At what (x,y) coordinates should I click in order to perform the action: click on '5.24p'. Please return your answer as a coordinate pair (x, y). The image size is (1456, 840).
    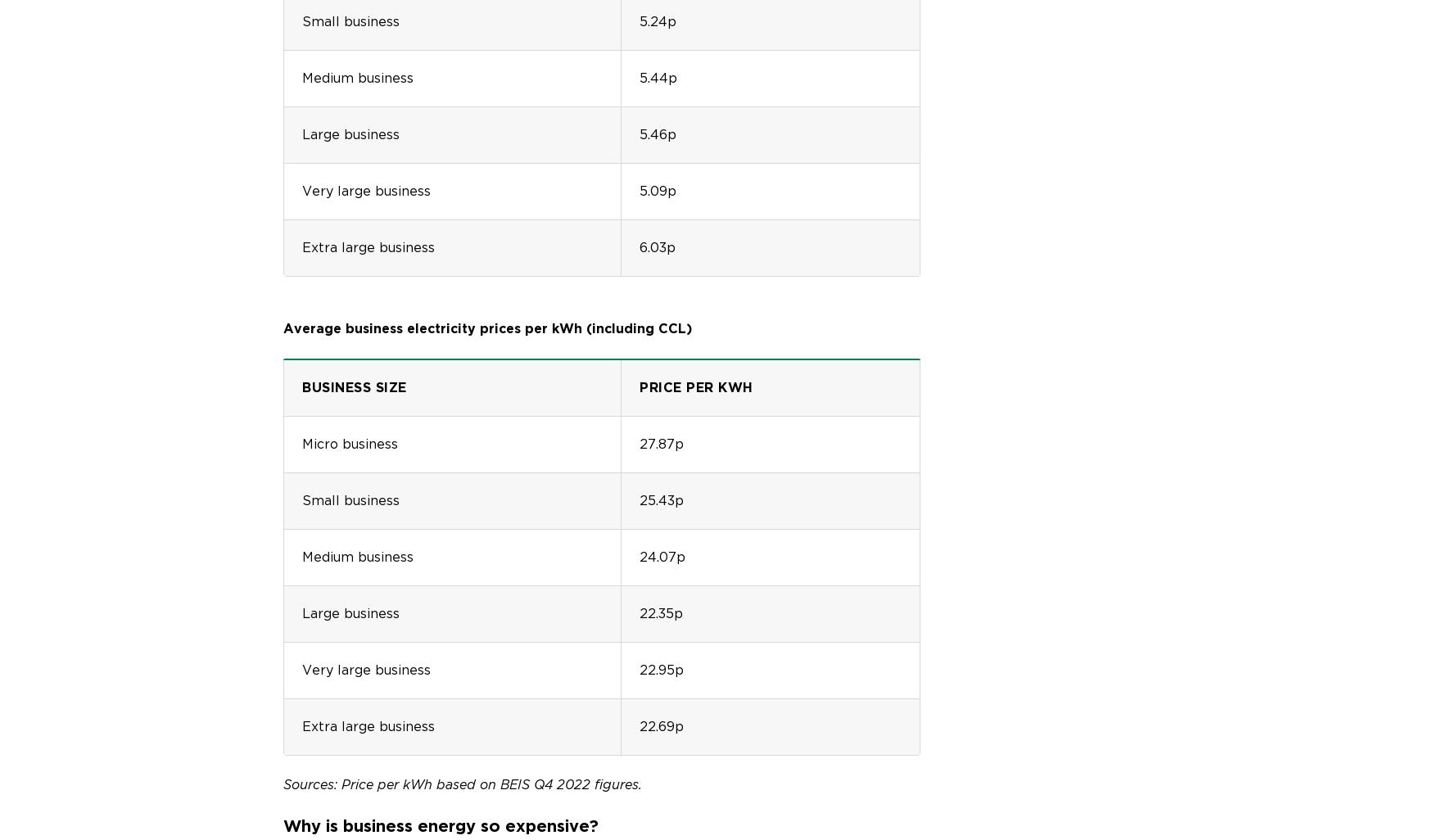
    Looking at the image, I should click on (658, 20).